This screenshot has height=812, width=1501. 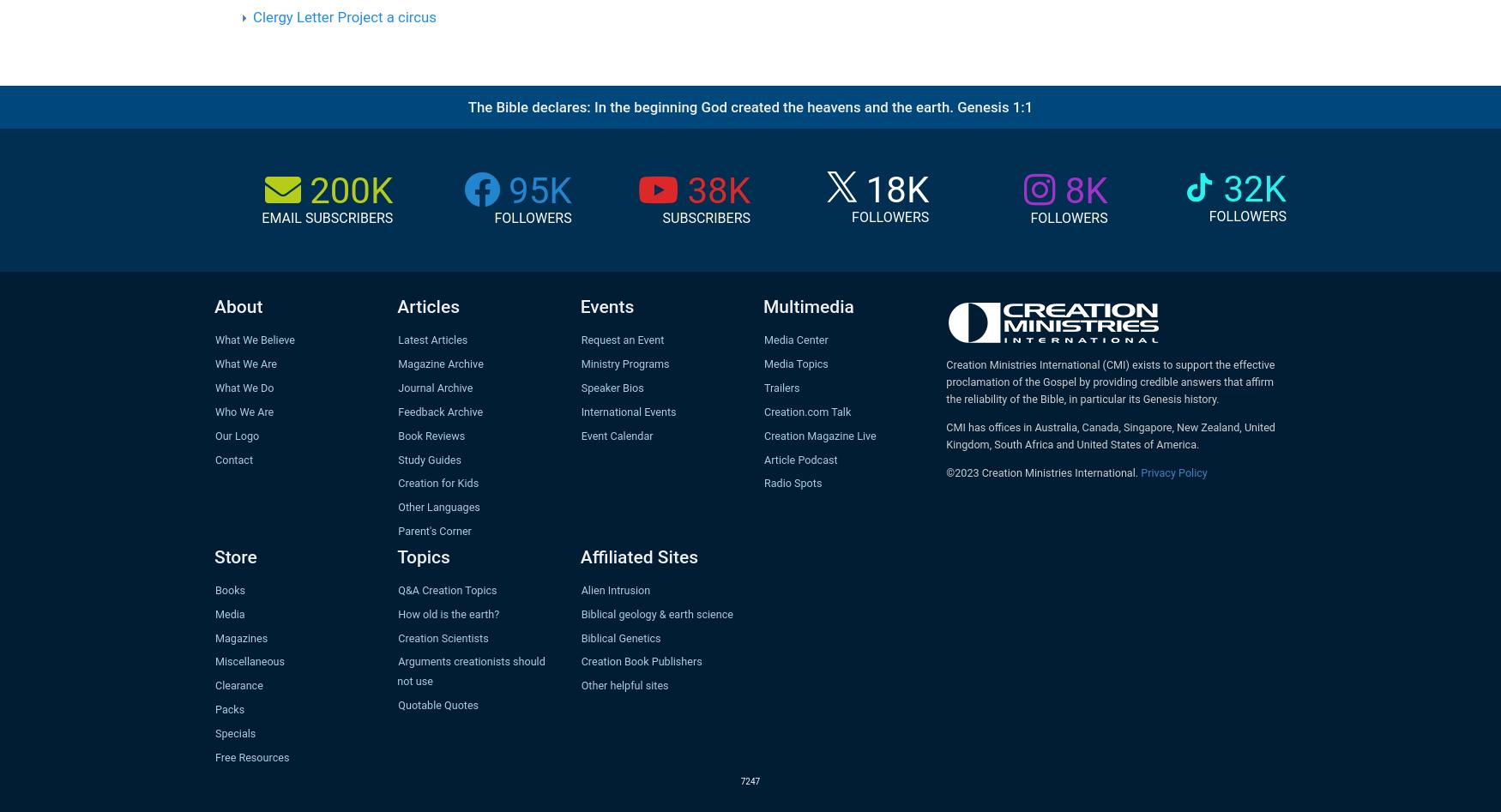 What do you see at coordinates (343, 93) in the screenshot?
I see `'page.'` at bounding box center [343, 93].